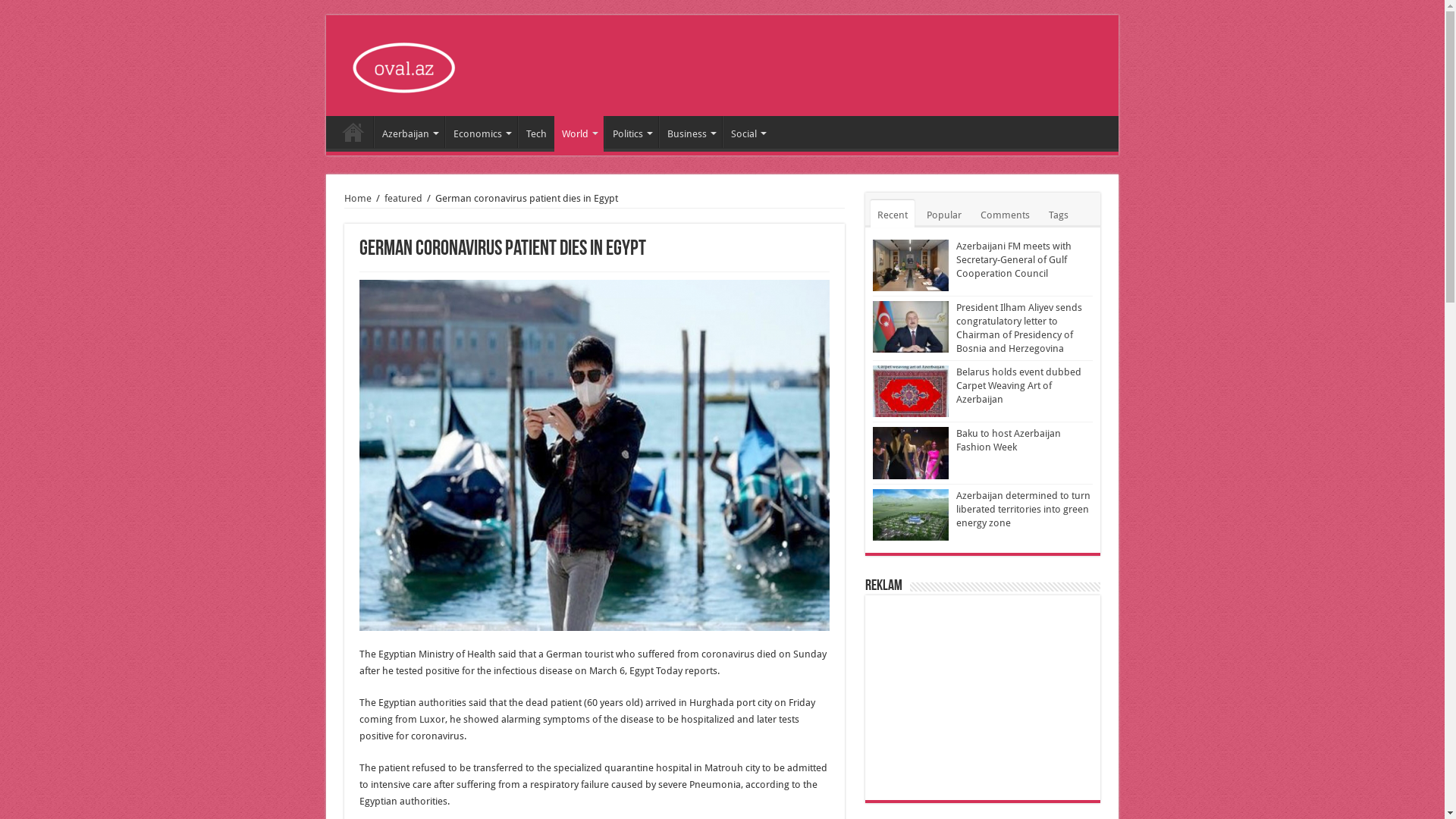 This screenshot has width=1456, height=819. Describe the element at coordinates (403, 197) in the screenshot. I see `'featured'` at that location.